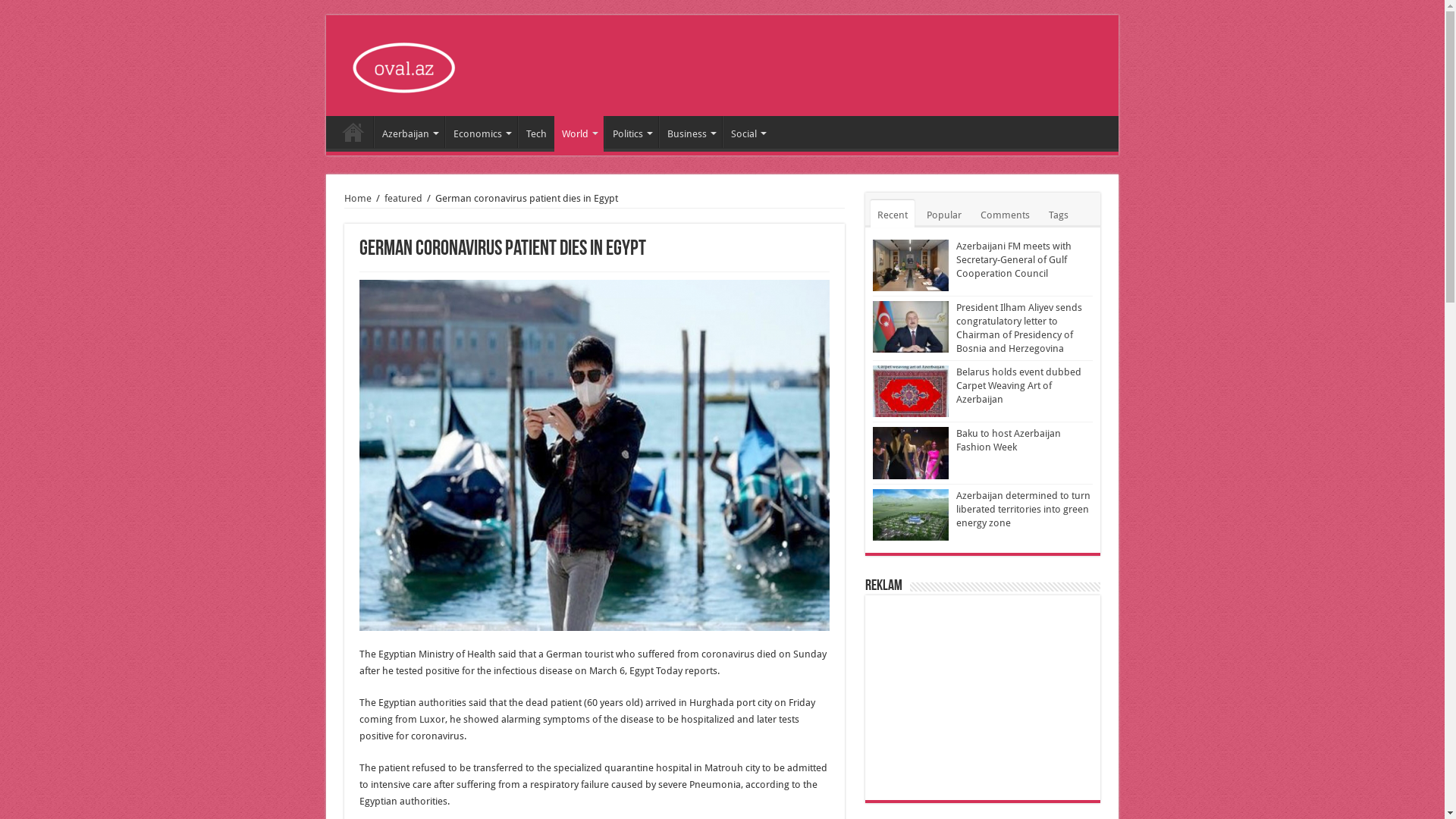 This screenshot has width=1456, height=819. Describe the element at coordinates (403, 197) in the screenshot. I see `'featured'` at that location.